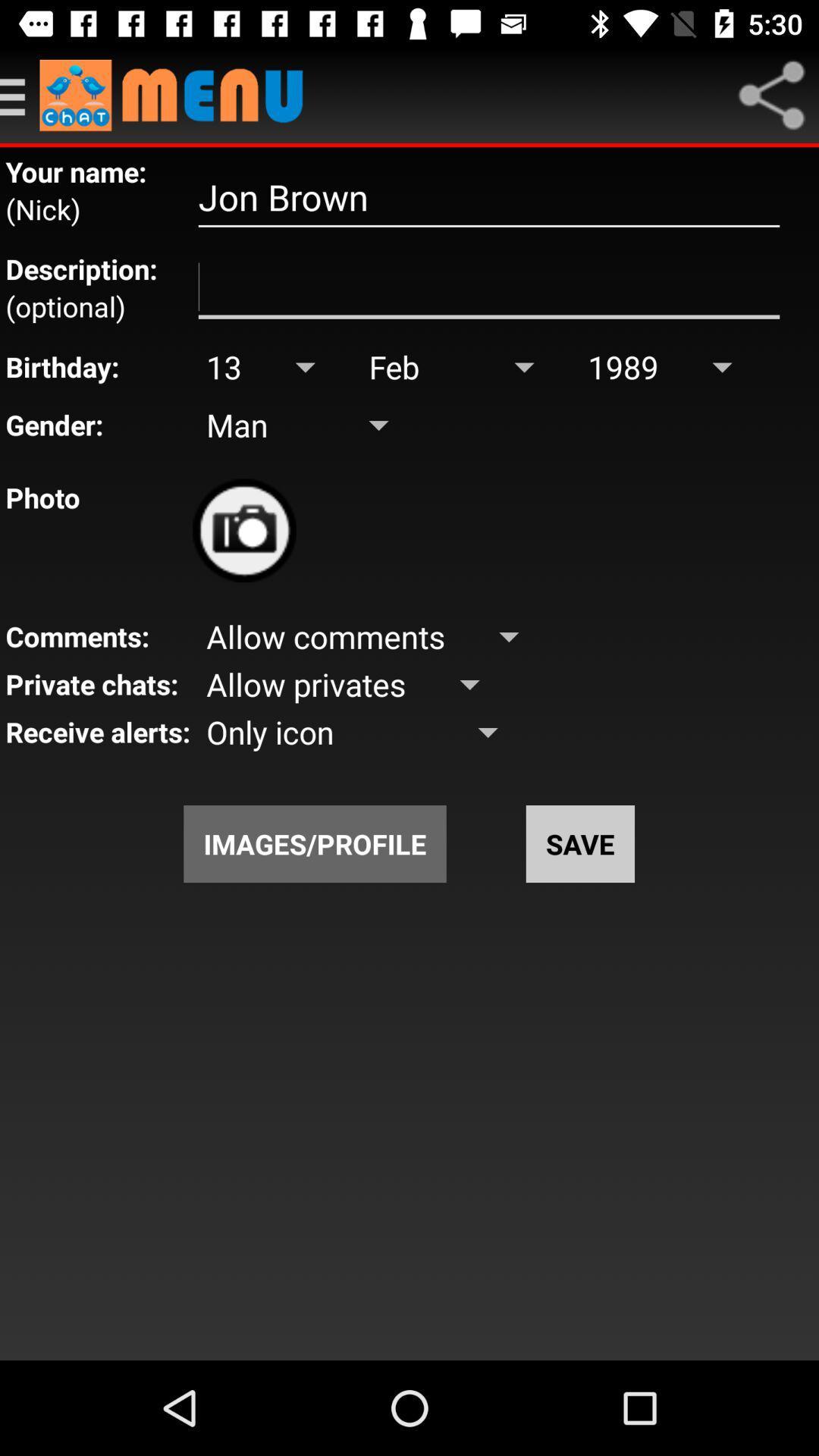 The image size is (819, 1456). I want to click on take profile photo, so click(243, 530).